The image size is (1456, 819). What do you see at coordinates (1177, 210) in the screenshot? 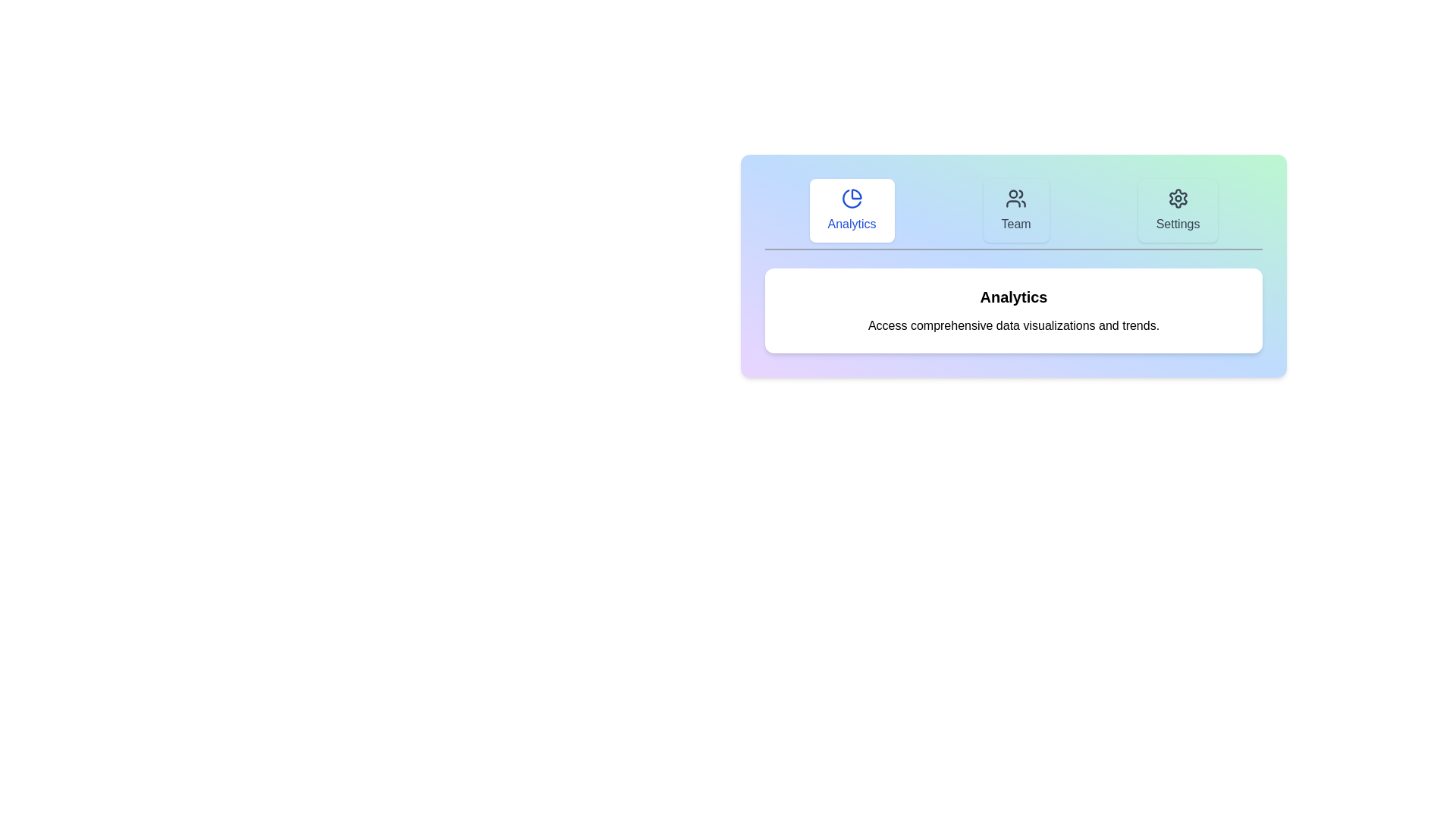
I see `the Settings tab to display its content` at bounding box center [1177, 210].